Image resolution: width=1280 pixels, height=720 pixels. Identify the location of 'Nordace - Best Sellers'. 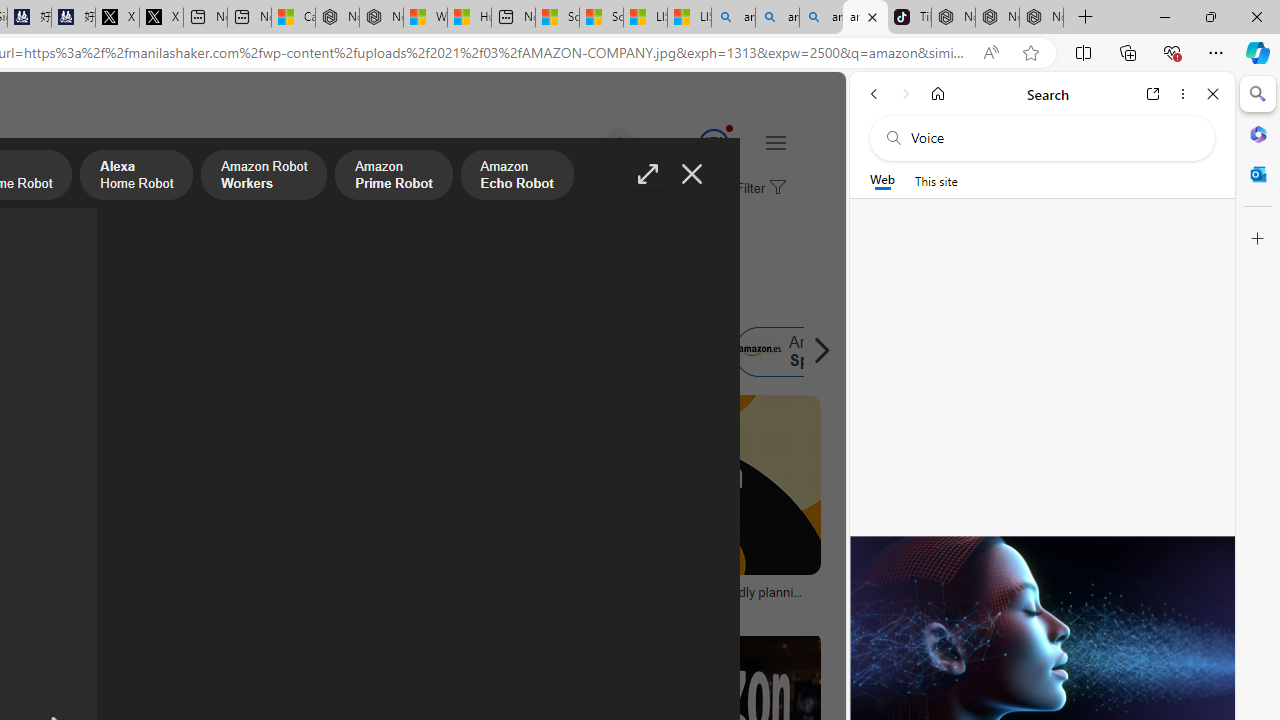
(952, 17).